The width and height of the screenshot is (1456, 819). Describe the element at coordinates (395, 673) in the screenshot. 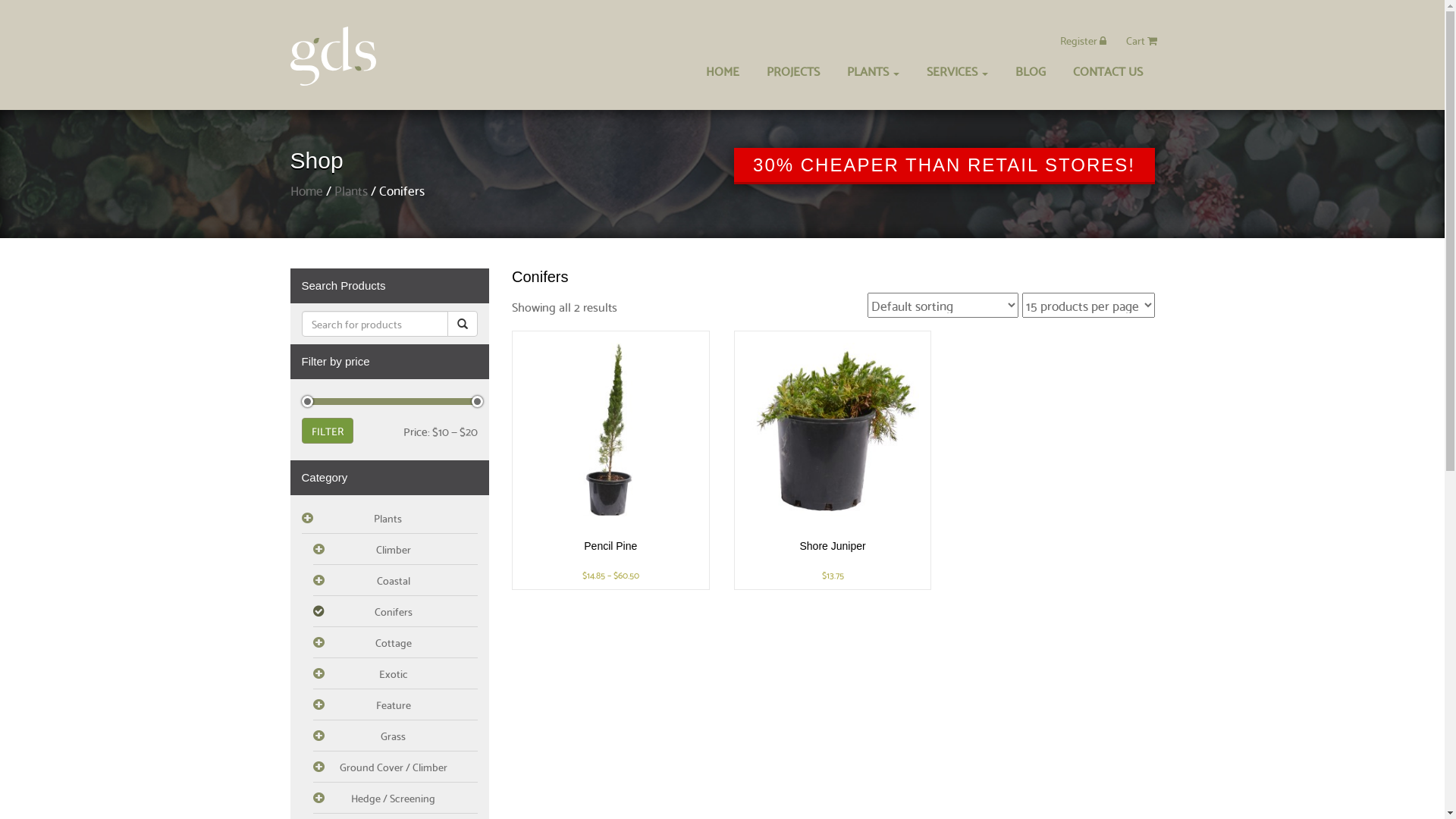

I see `'Exotic'` at that location.